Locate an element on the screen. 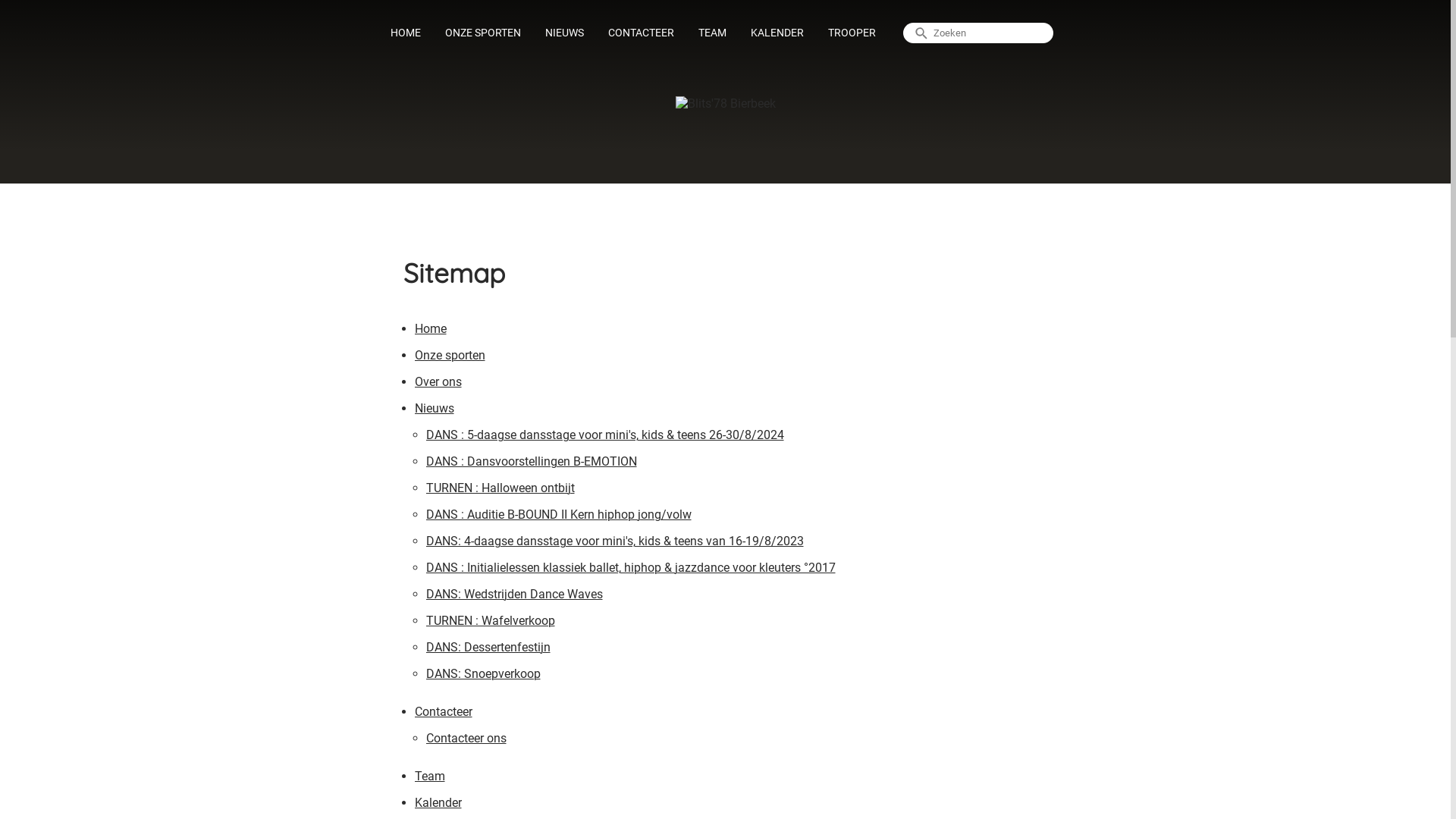 The width and height of the screenshot is (1456, 819). 'Nieuws' is located at coordinates (432, 410).